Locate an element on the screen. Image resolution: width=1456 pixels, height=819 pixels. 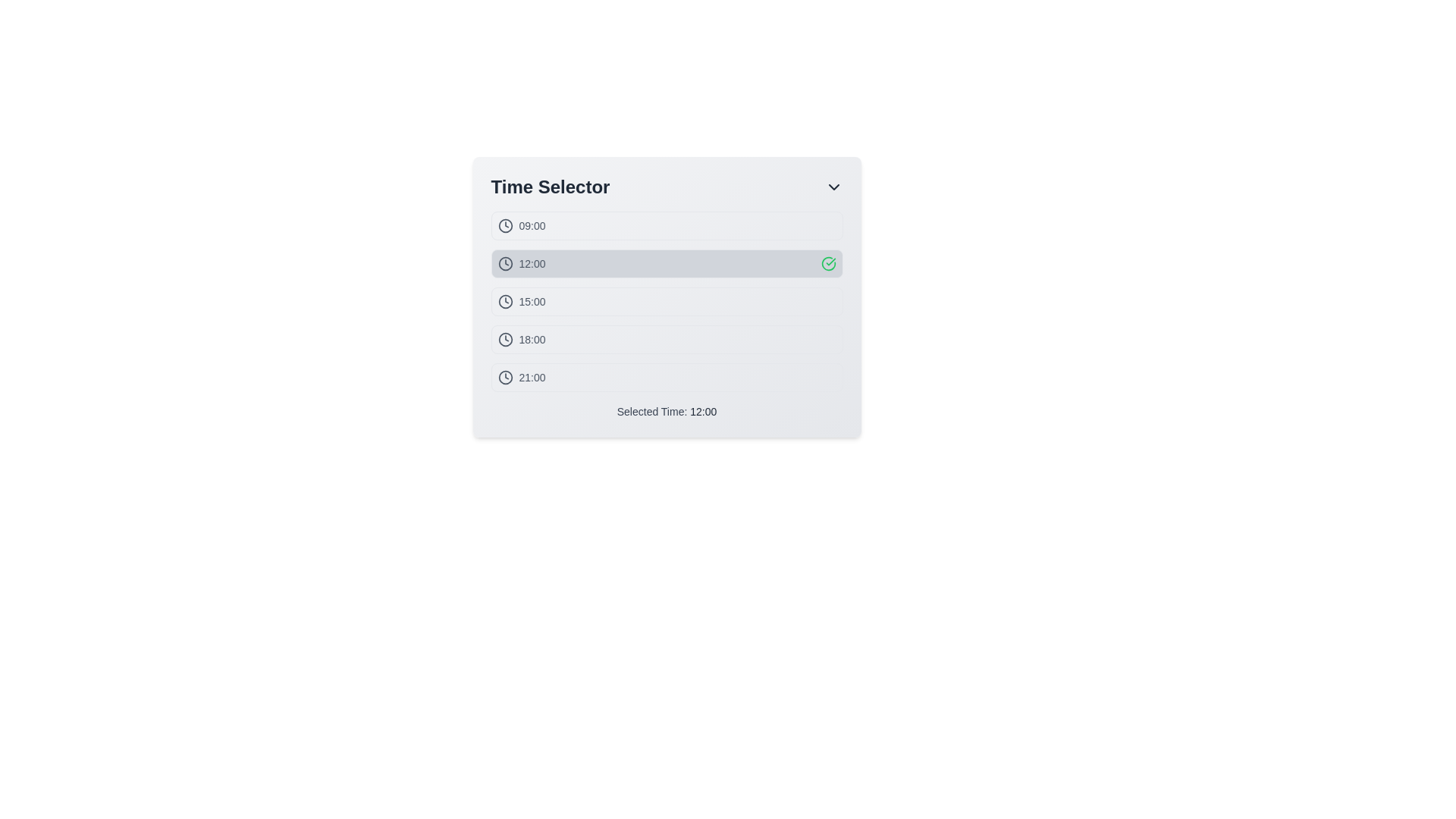
the third selectable time option in the time selector list to navigate is located at coordinates (667, 301).